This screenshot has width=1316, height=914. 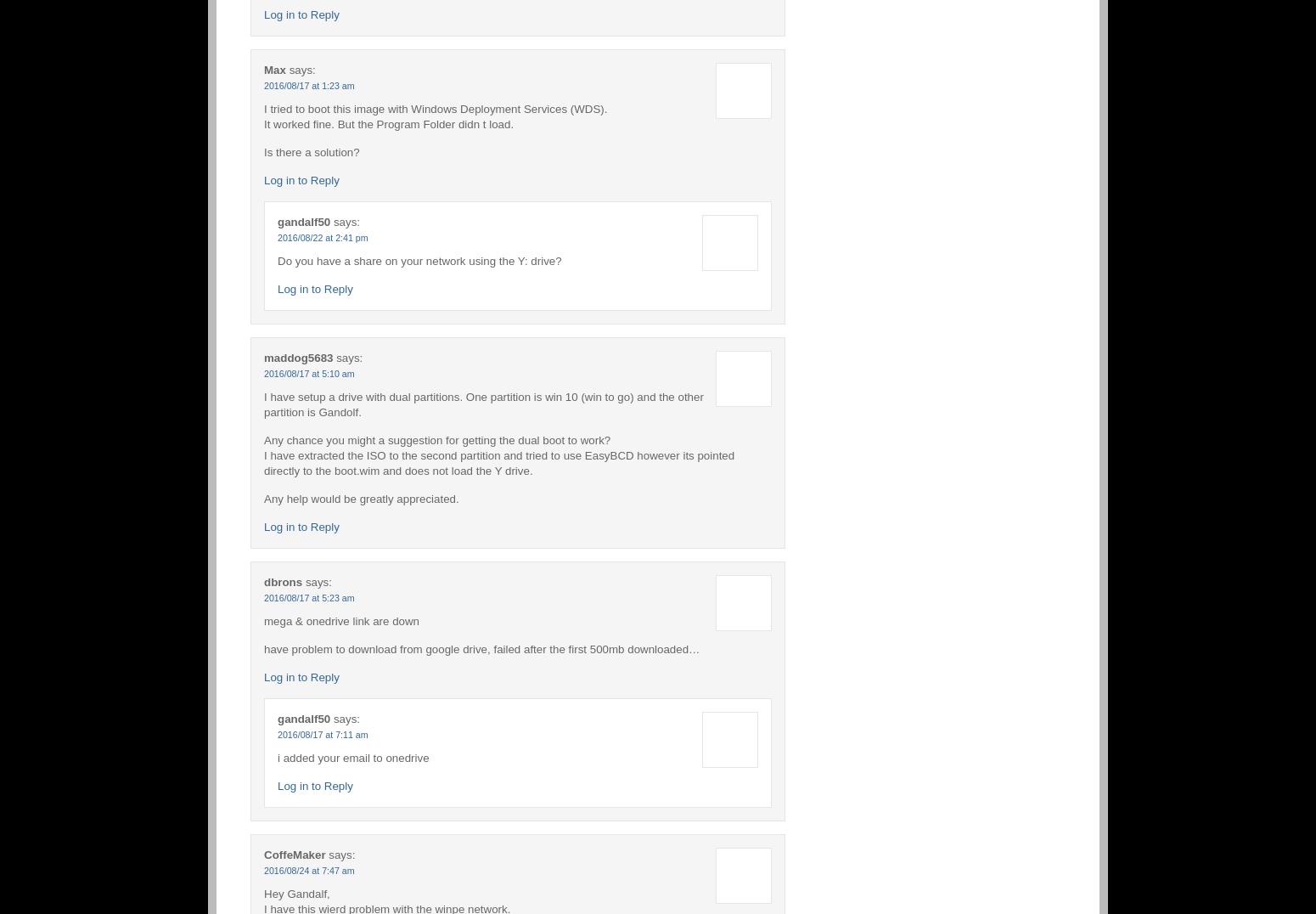 What do you see at coordinates (273, 69) in the screenshot?
I see `'Max'` at bounding box center [273, 69].